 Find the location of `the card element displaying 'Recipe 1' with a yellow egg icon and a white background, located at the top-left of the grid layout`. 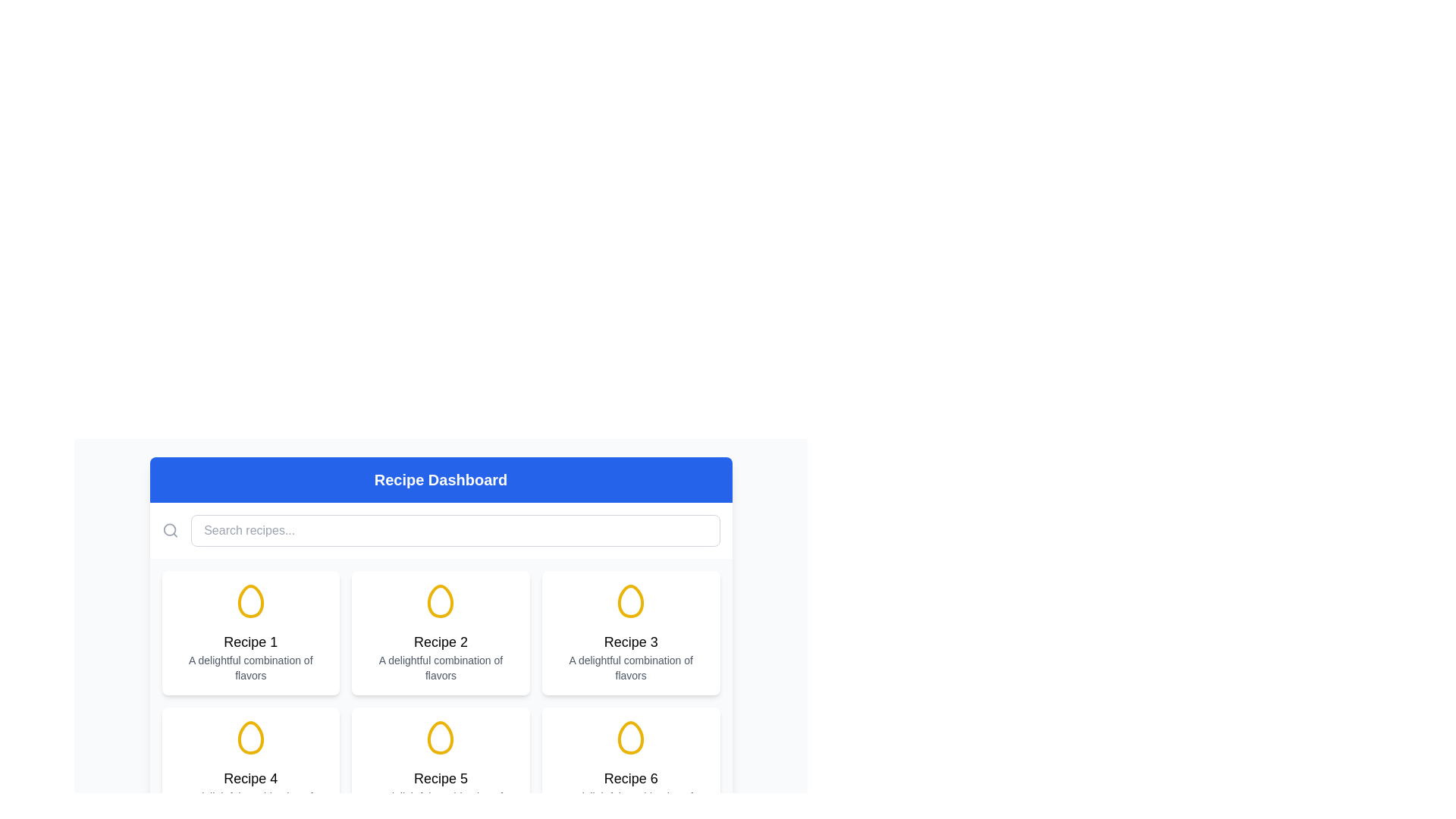

the card element displaying 'Recipe 1' with a yellow egg icon and a white background, located at the top-left of the grid layout is located at coordinates (250, 632).